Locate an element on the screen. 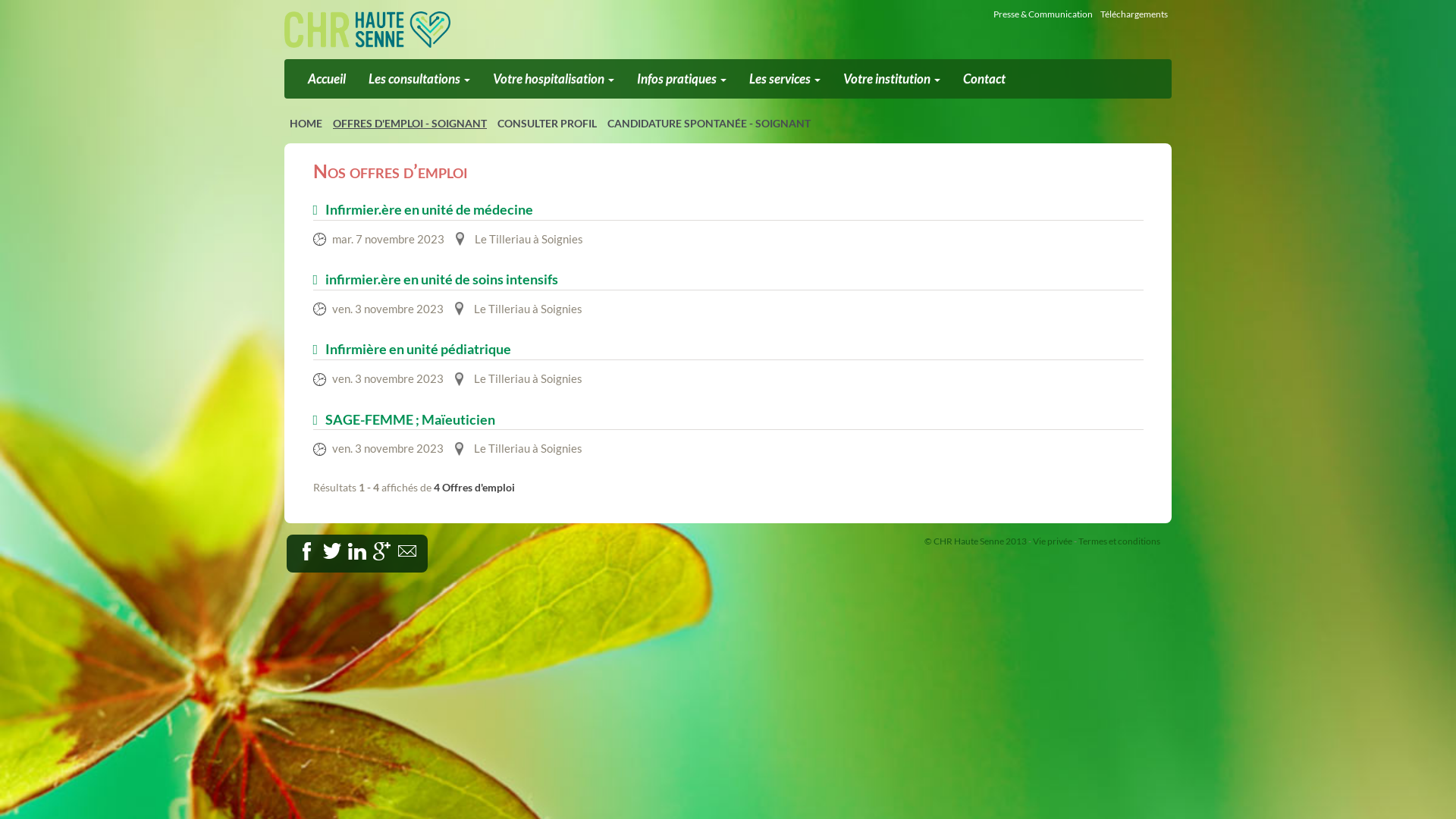  'Votre institution' is located at coordinates (892, 79).